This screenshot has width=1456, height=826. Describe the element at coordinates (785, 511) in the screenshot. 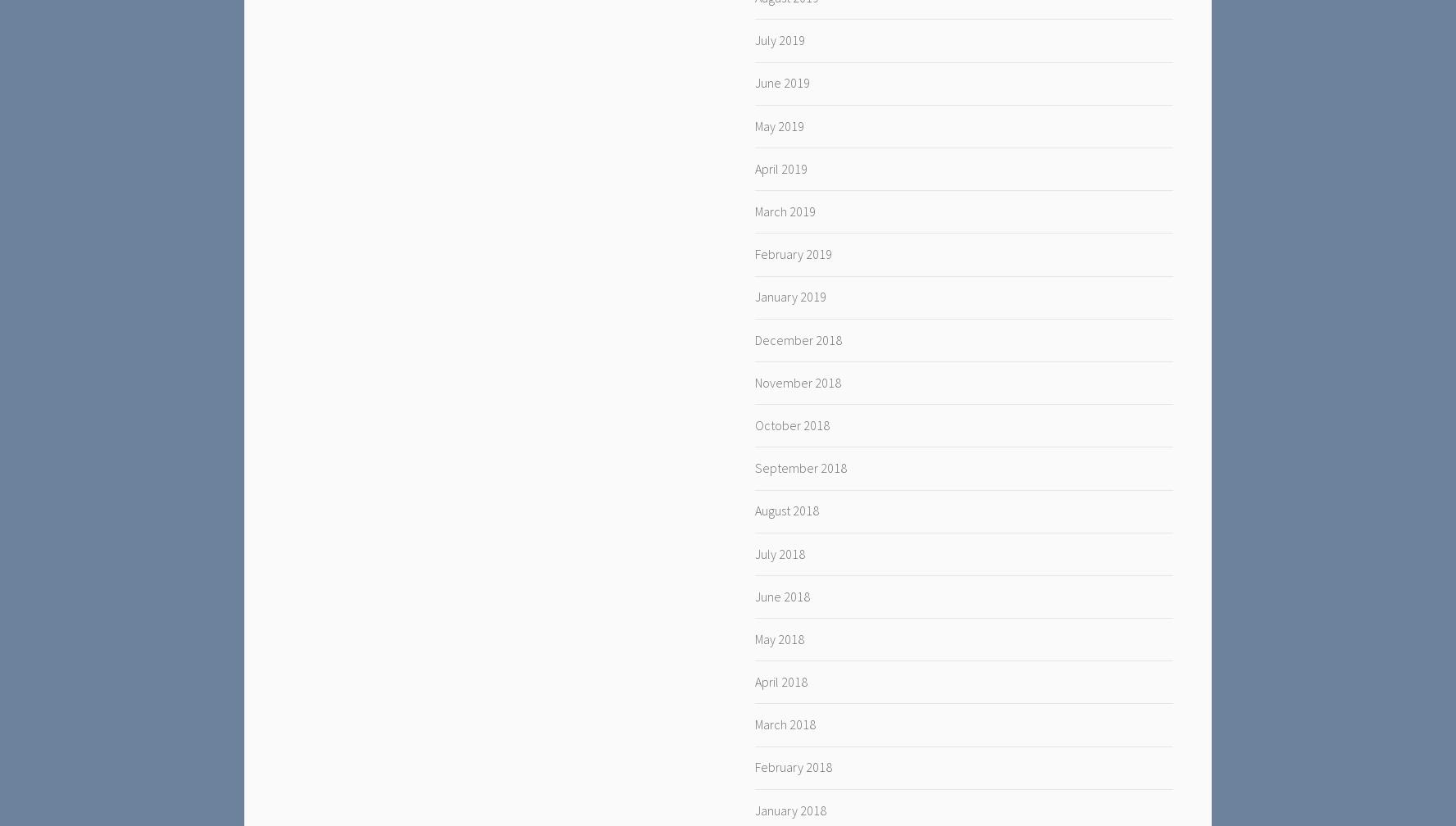

I see `'August 2018'` at that location.